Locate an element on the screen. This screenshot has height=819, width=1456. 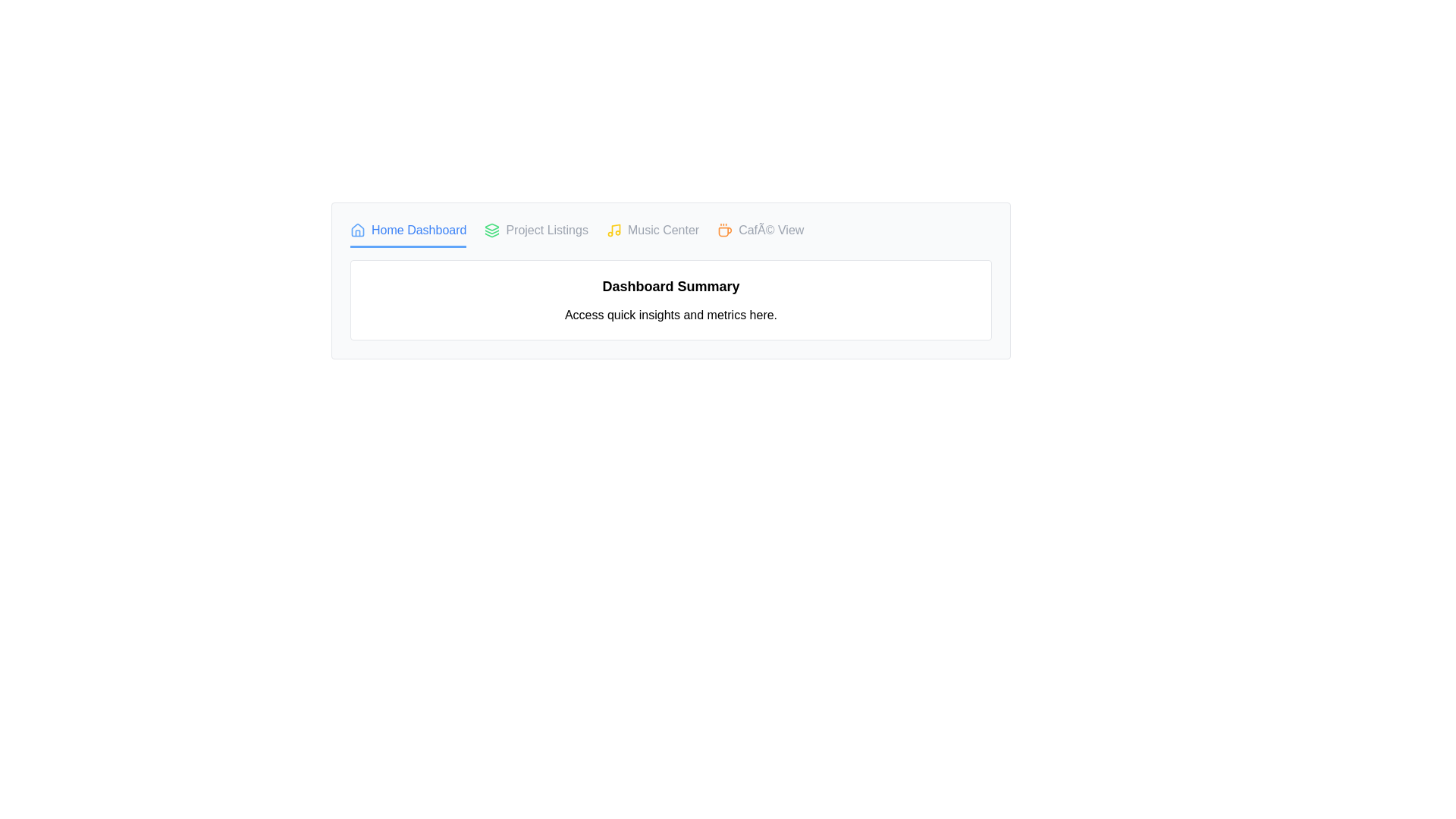
the small yellow music note icon located in the horizontal navigation bar adjacent to the 'Music Center' text is located at coordinates (613, 231).